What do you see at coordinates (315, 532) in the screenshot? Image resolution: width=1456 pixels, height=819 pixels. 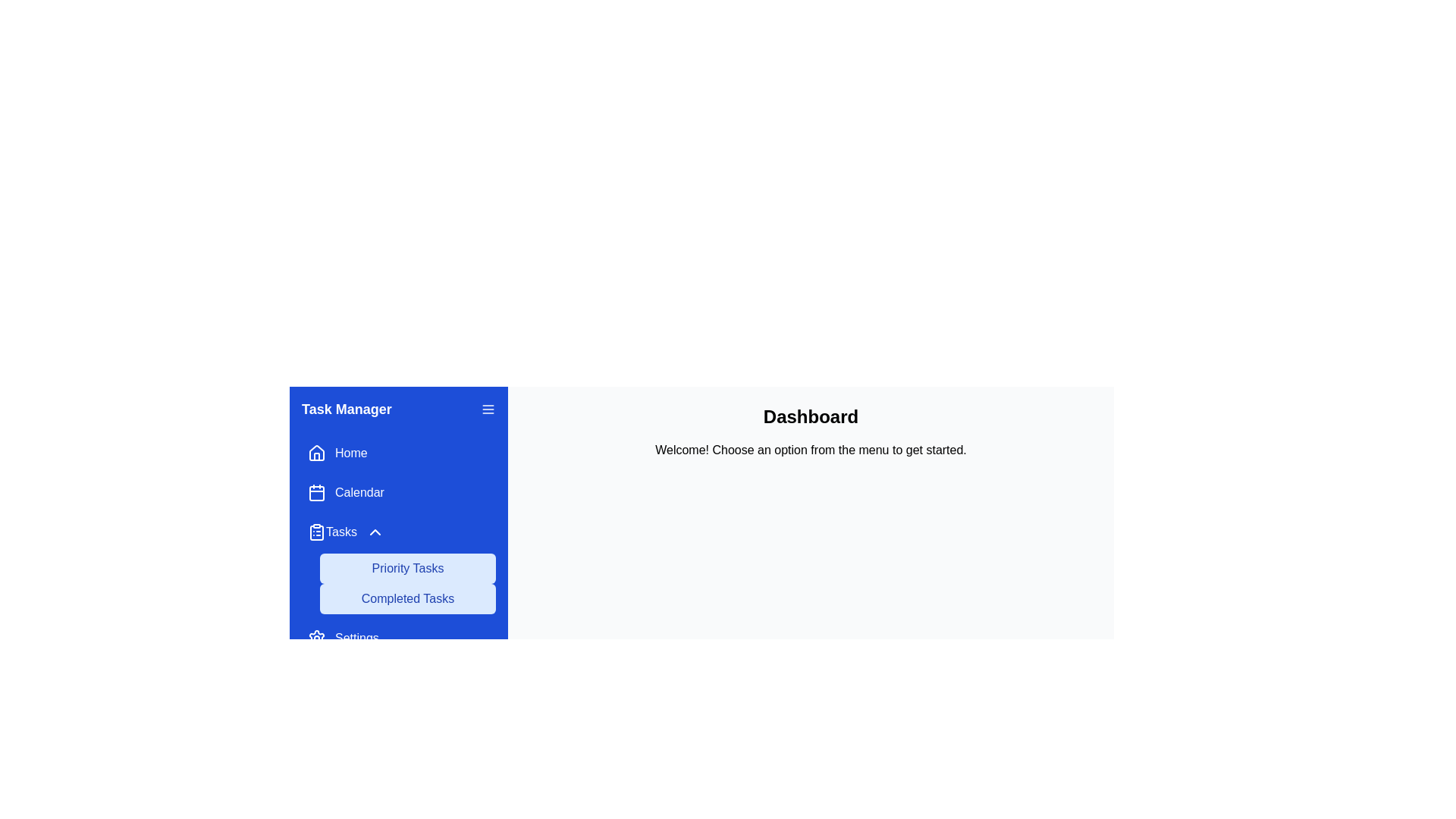 I see `the clipboard icon in the sidebar next to the 'Tasks' label to navigate` at bounding box center [315, 532].